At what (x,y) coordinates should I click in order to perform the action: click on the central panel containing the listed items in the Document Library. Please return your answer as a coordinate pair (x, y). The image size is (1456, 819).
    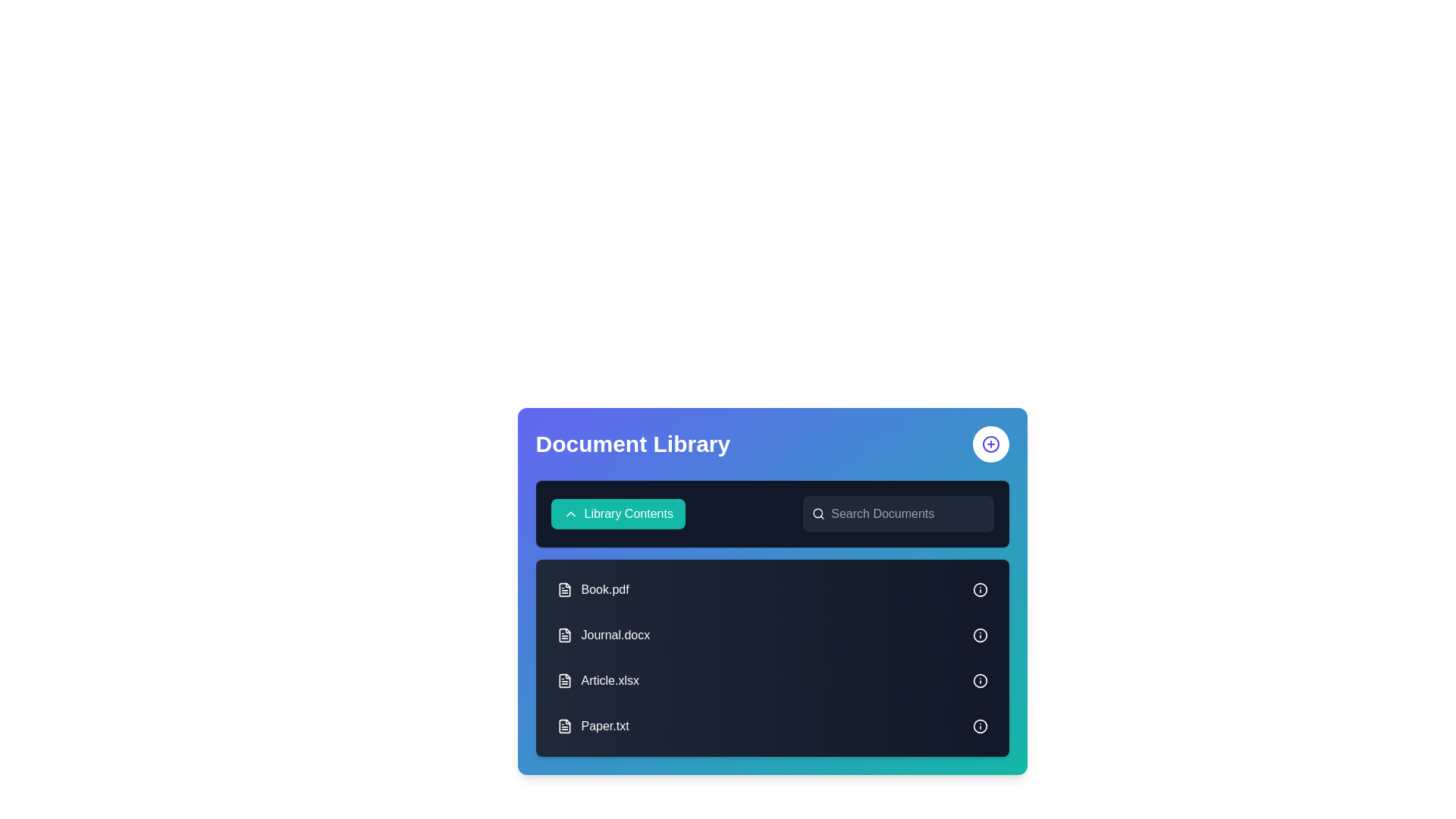
    Looking at the image, I should click on (772, 657).